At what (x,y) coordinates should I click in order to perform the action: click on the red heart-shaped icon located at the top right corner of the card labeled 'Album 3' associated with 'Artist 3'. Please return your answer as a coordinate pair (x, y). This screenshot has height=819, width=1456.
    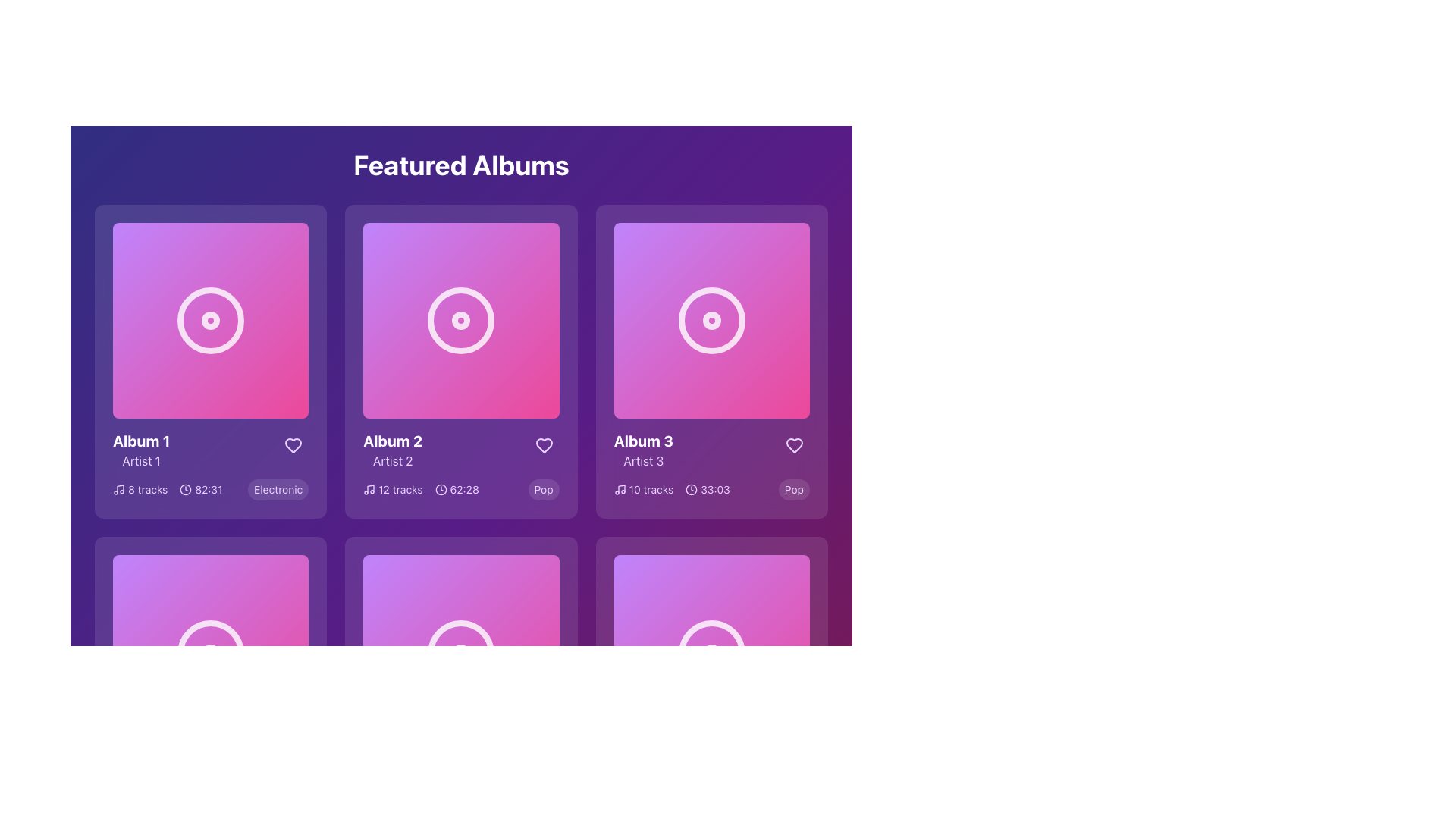
    Looking at the image, I should click on (793, 444).